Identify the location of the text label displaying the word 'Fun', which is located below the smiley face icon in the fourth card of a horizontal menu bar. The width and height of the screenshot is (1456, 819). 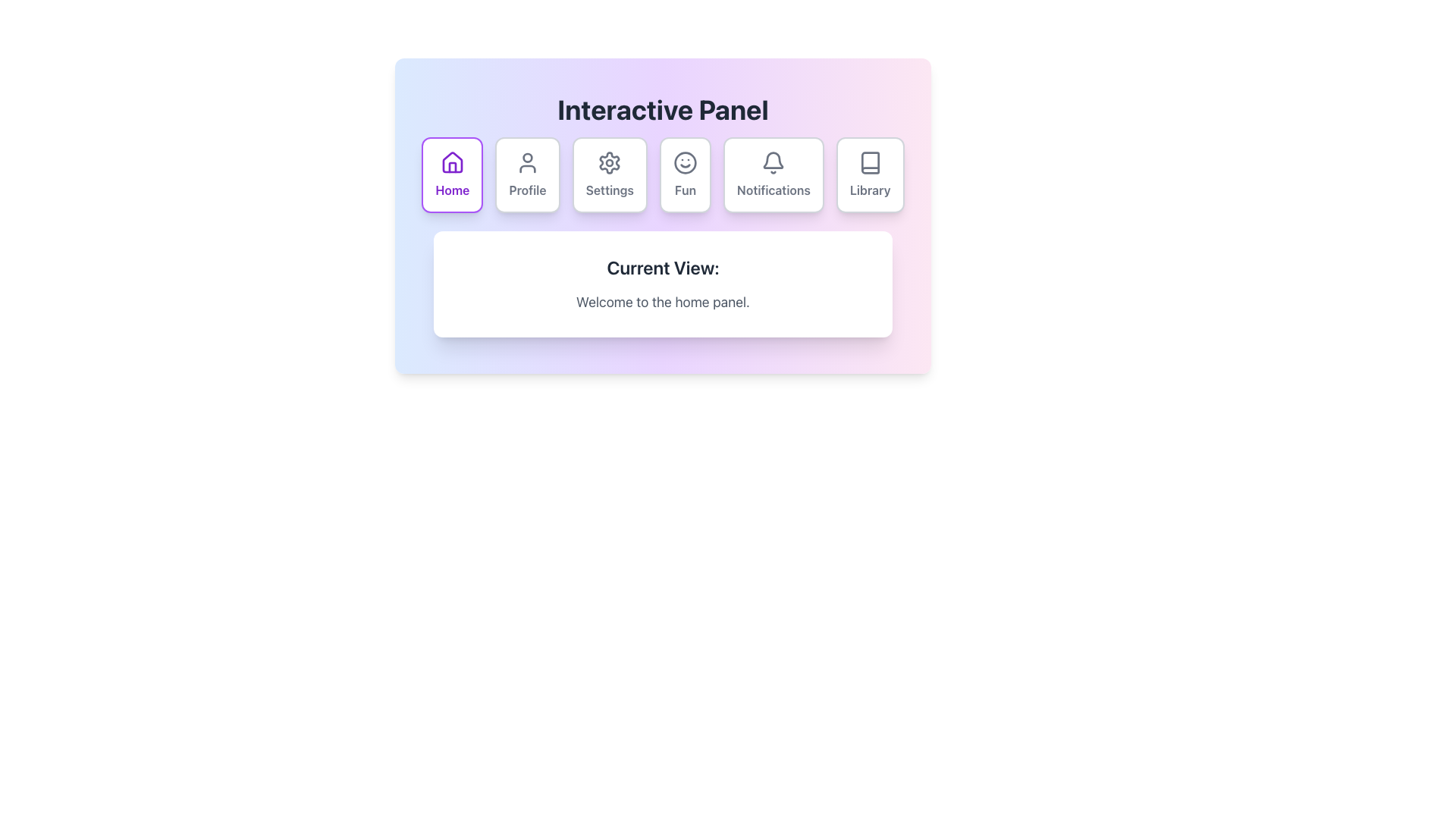
(684, 189).